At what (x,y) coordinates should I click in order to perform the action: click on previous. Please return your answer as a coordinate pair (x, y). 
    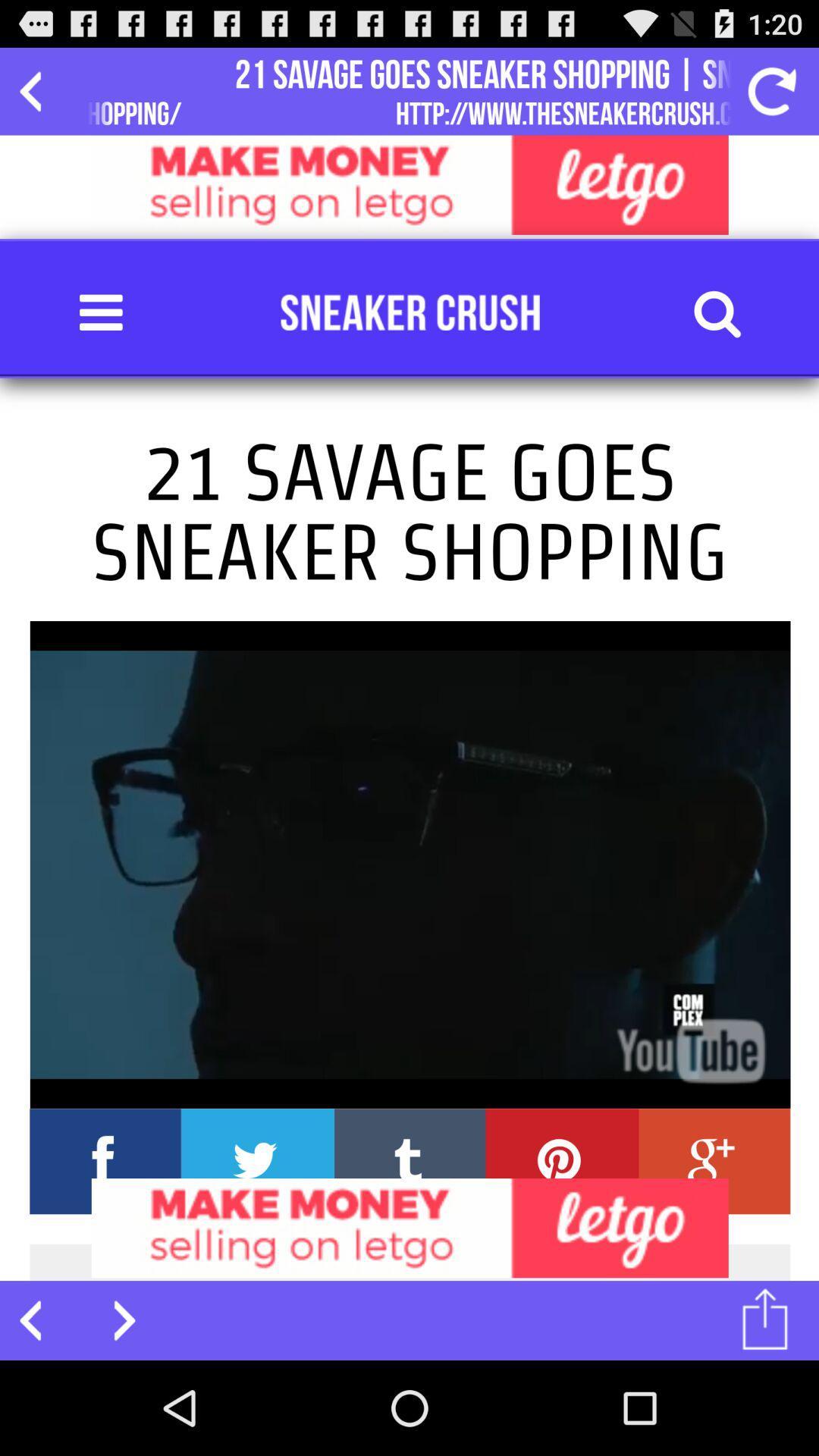
    Looking at the image, I should click on (39, 1319).